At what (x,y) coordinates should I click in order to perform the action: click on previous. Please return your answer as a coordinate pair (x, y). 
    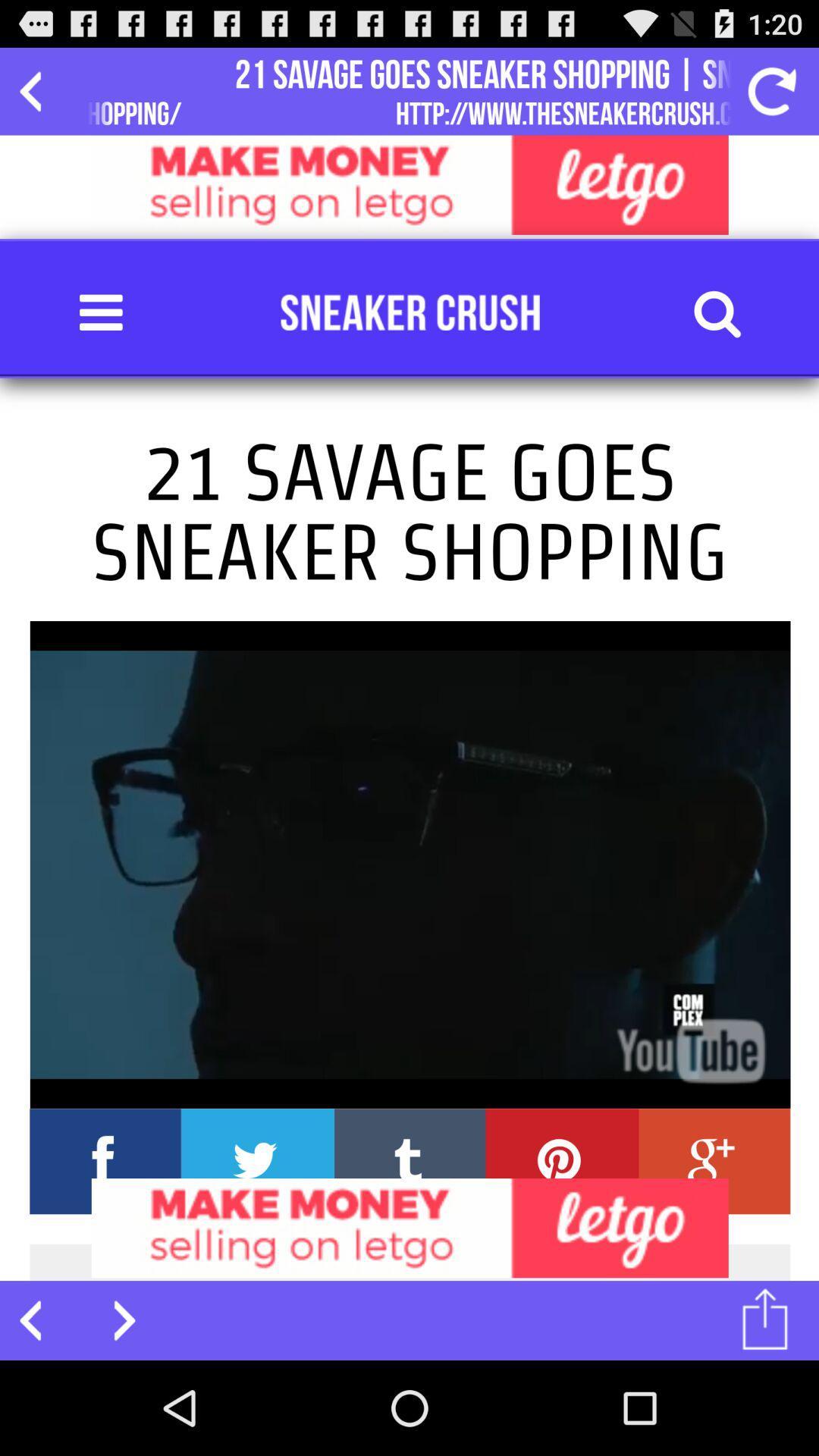
    Looking at the image, I should click on (39, 1319).